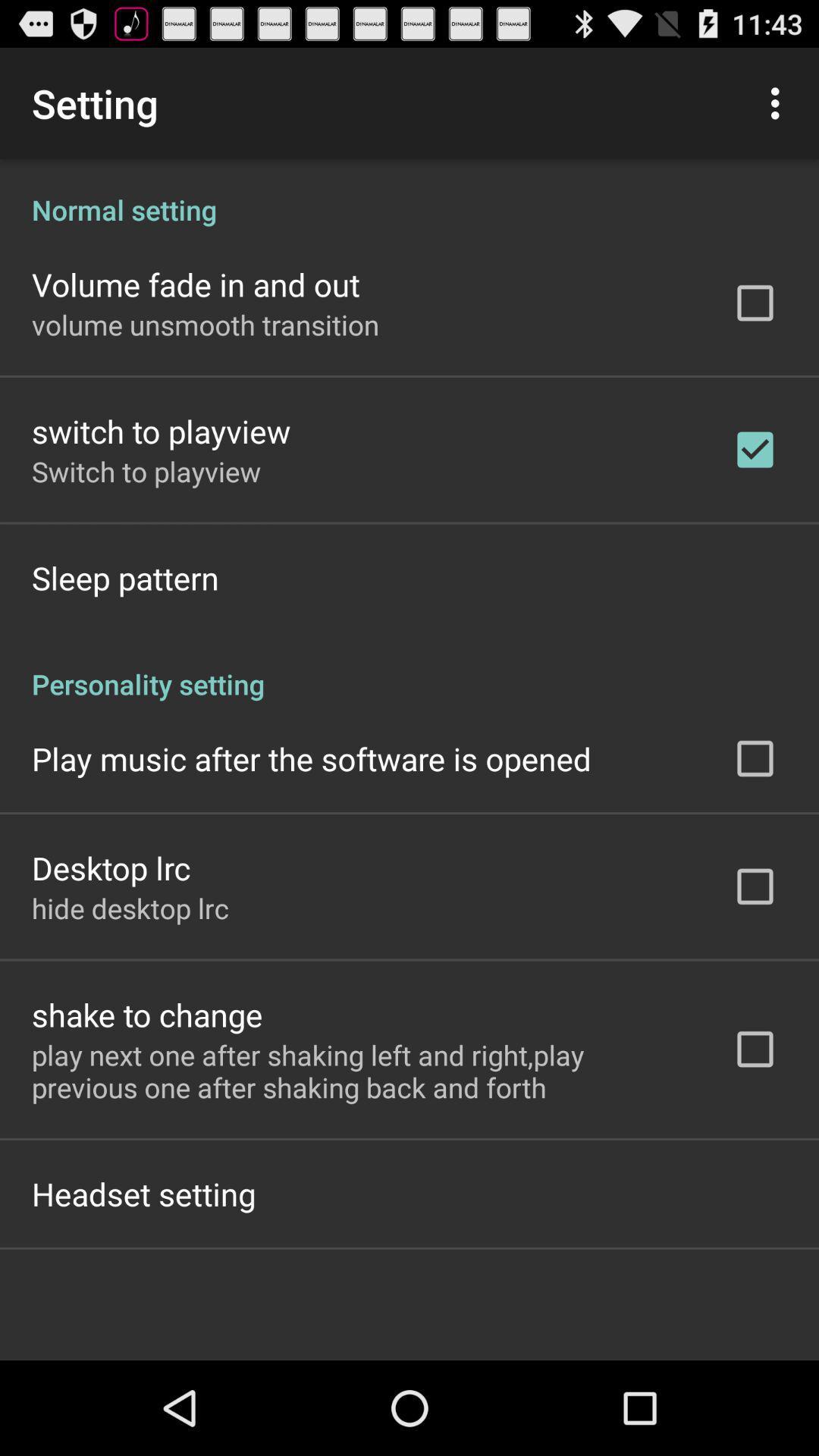 Image resolution: width=819 pixels, height=1456 pixels. Describe the element at coordinates (147, 1015) in the screenshot. I see `the item below the hide desktop lrc icon` at that location.